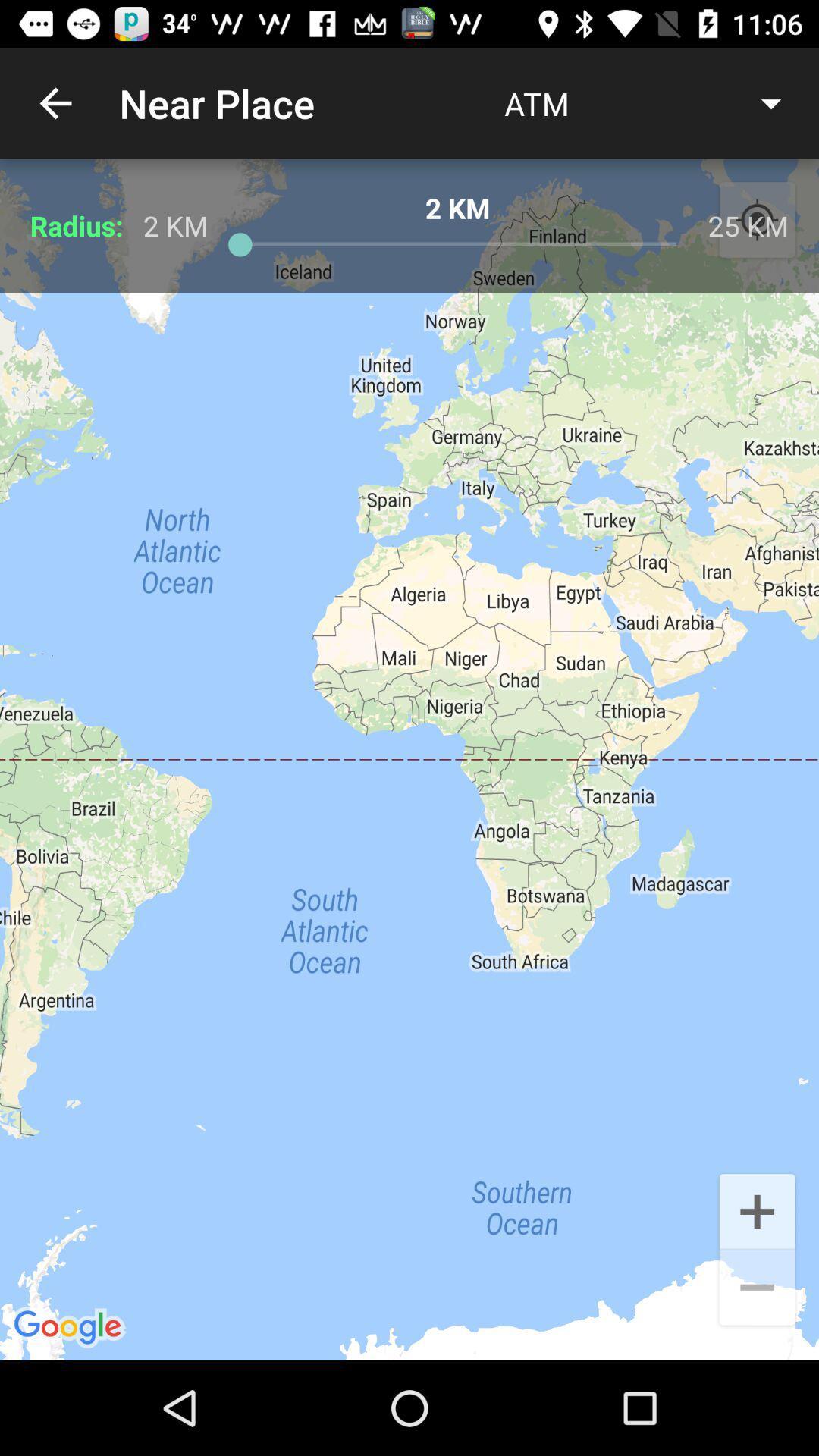 This screenshot has height=1456, width=819. What do you see at coordinates (757, 1288) in the screenshot?
I see `the minus icon` at bounding box center [757, 1288].